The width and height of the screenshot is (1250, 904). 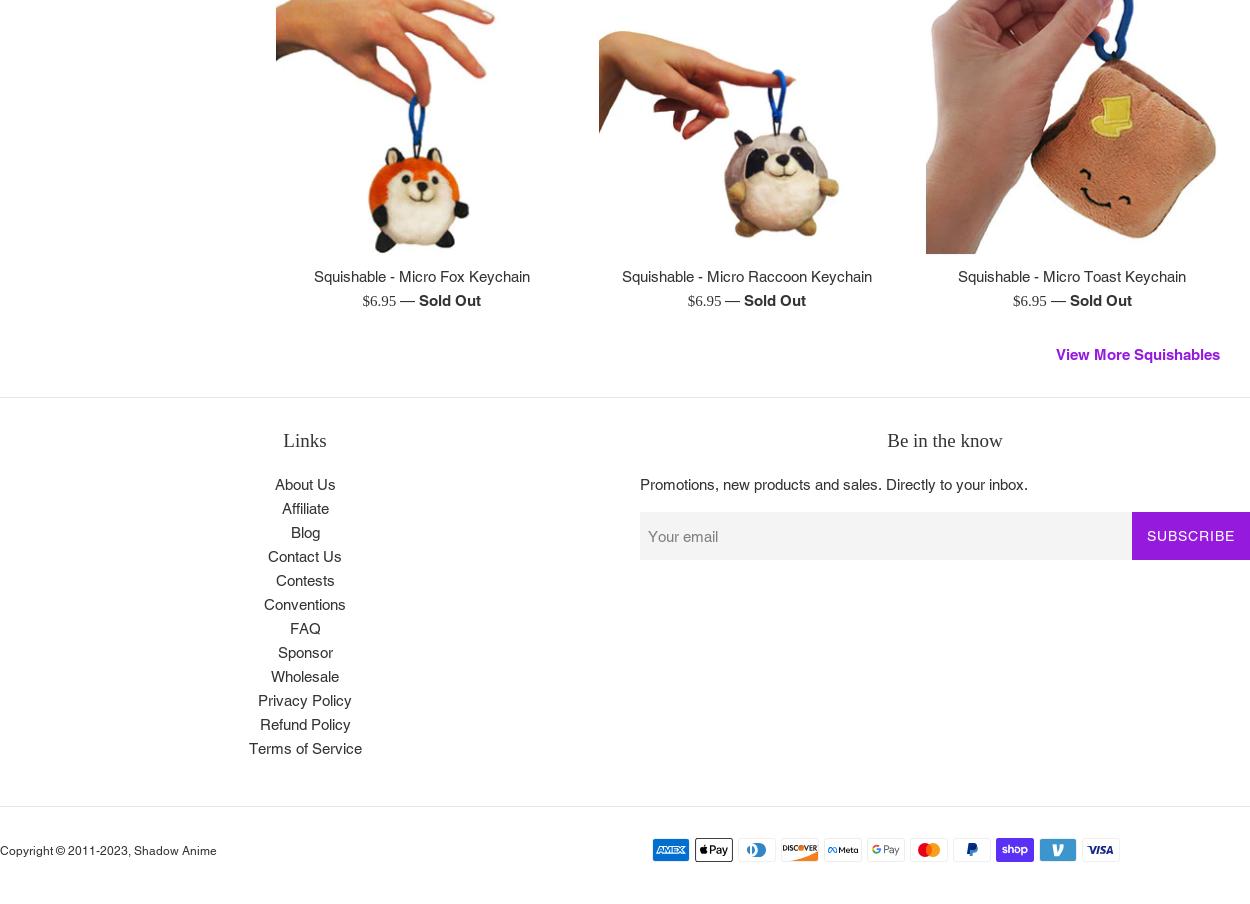 What do you see at coordinates (305, 556) in the screenshot?
I see `'Contact Us'` at bounding box center [305, 556].